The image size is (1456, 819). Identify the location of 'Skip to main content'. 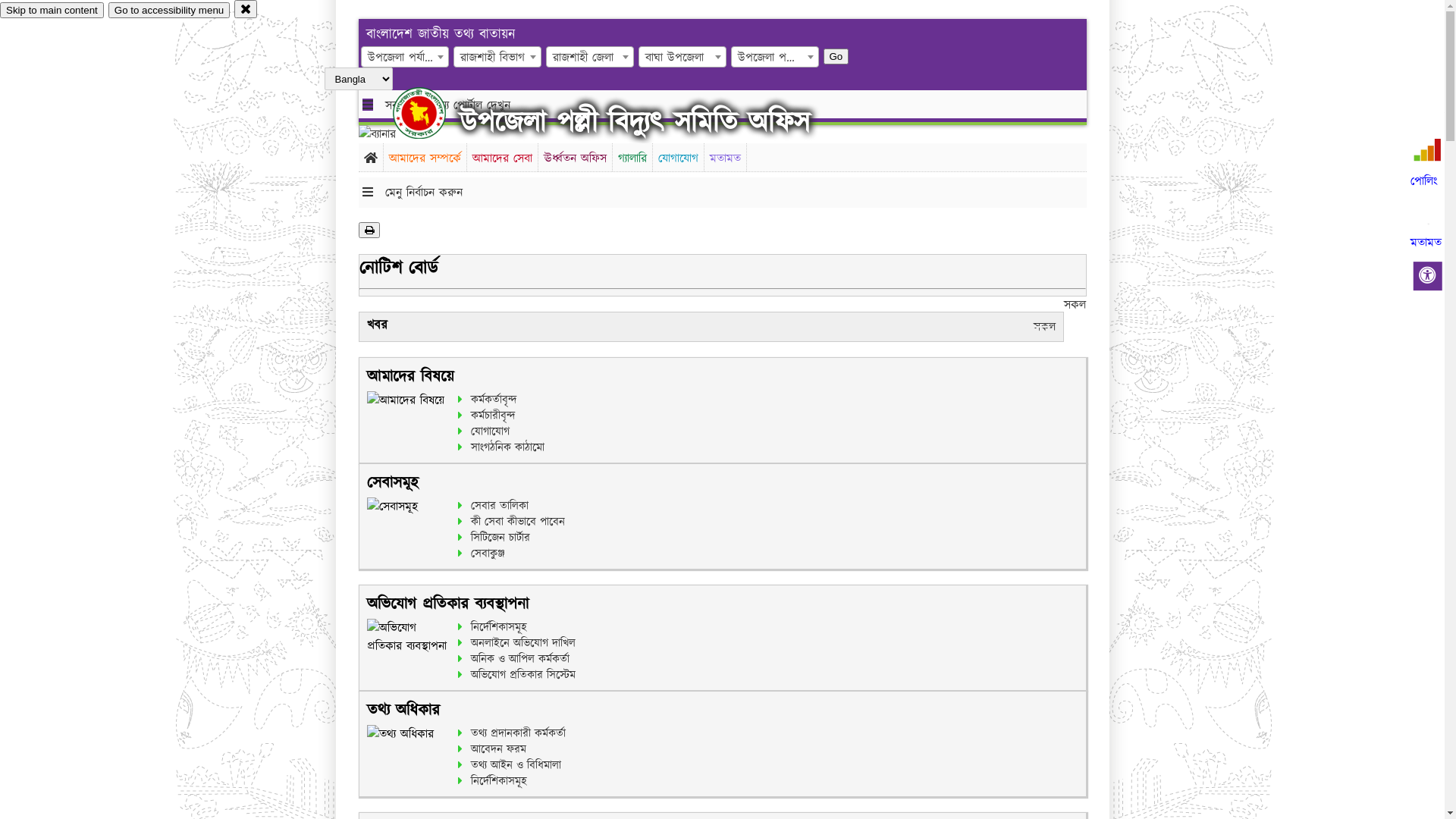
(52, 10).